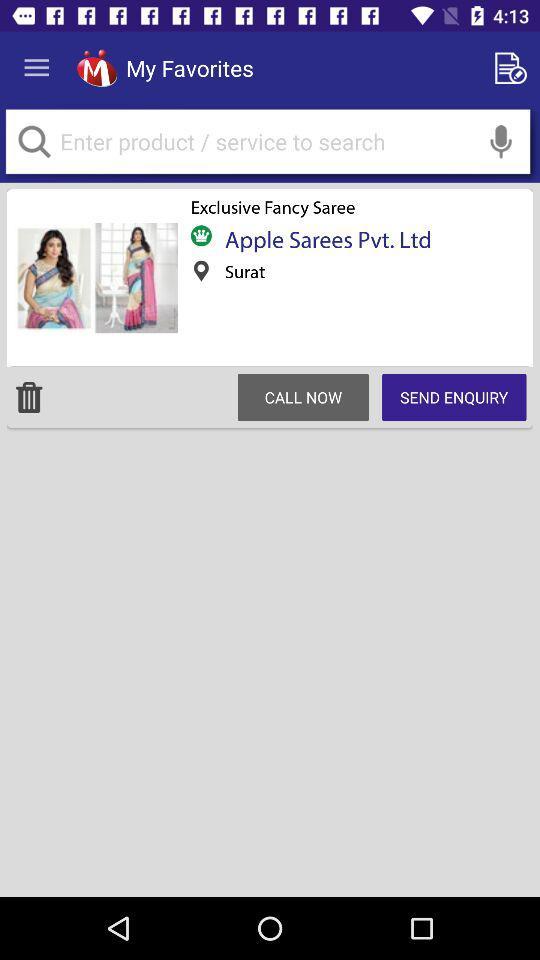 This screenshot has height=960, width=540. I want to click on the send enquiry icon, so click(454, 396).